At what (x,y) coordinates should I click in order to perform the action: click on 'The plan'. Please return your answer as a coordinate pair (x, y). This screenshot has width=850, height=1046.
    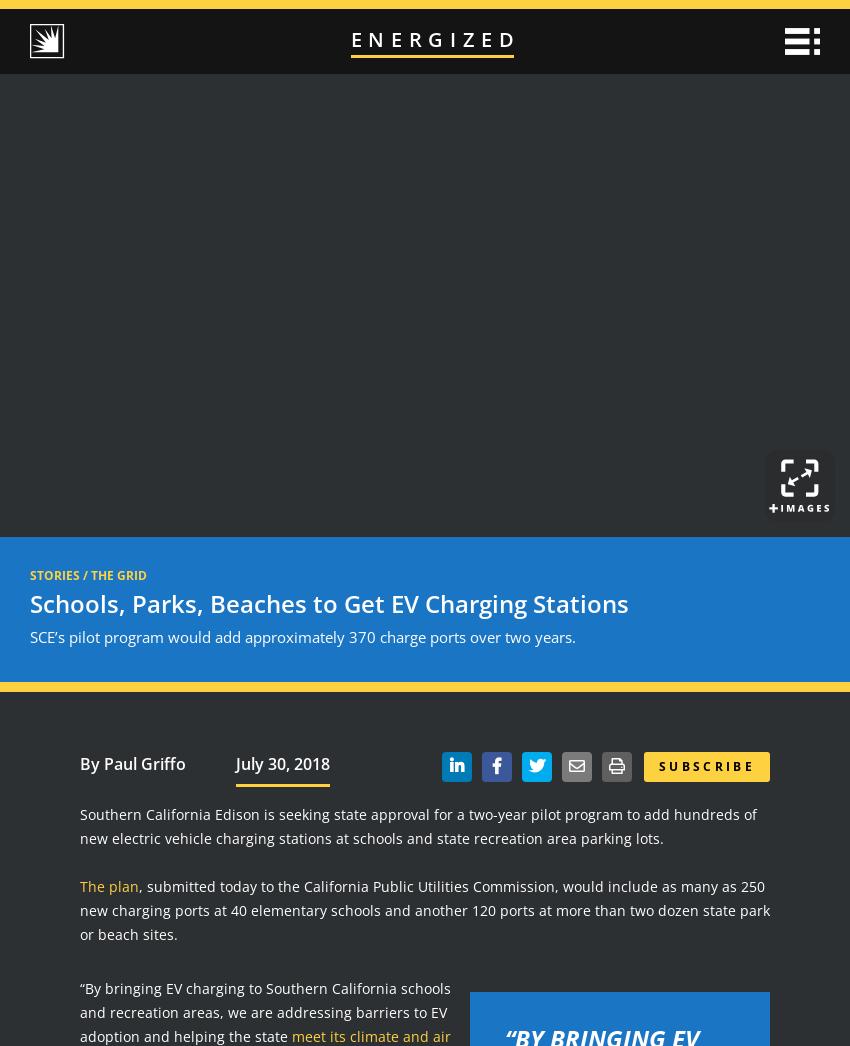
    Looking at the image, I should click on (108, 884).